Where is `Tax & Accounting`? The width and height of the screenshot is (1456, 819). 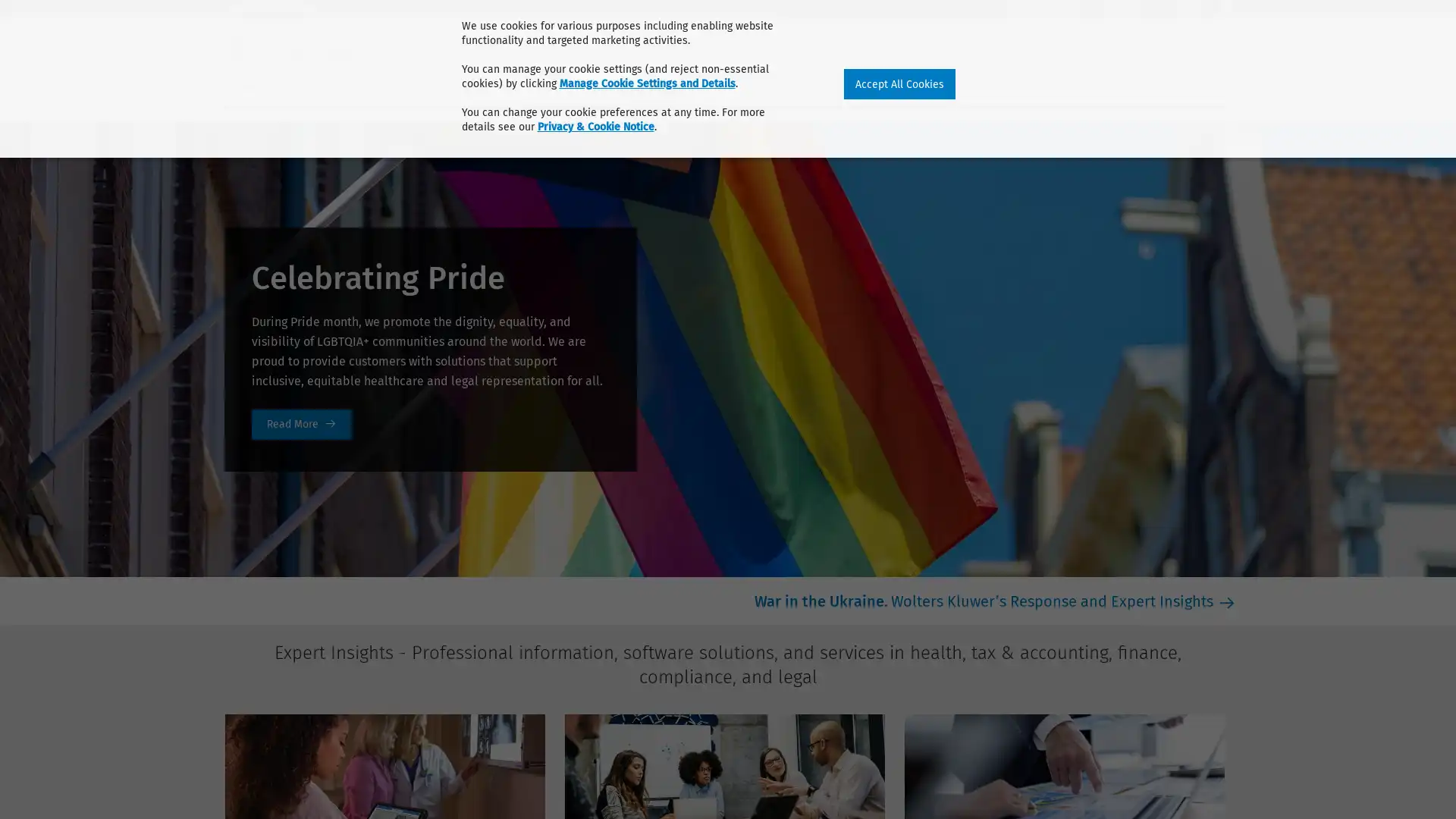
Tax & Accounting is located at coordinates (359, 85).